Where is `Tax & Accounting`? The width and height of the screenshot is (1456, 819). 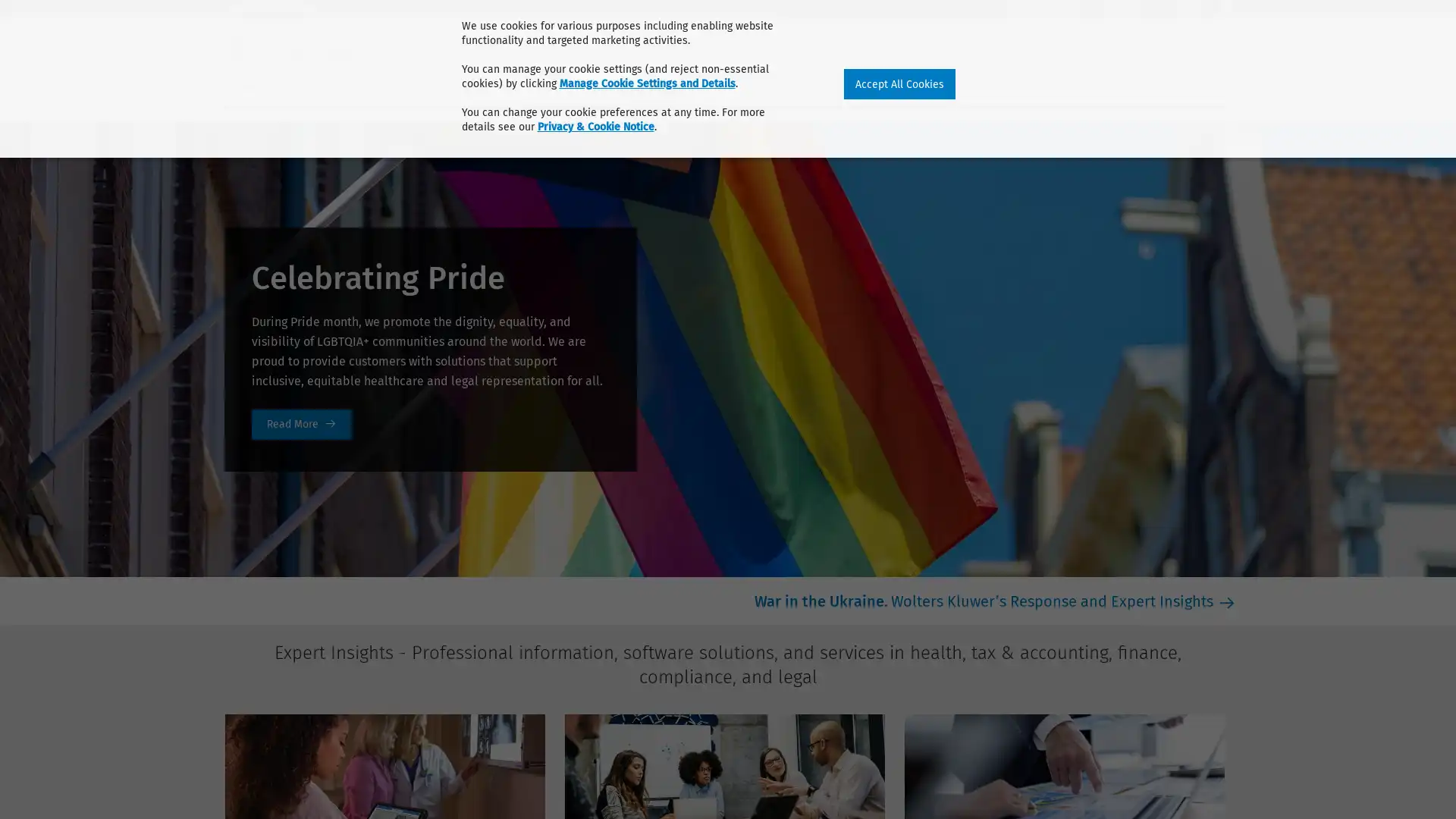
Tax & Accounting is located at coordinates (359, 85).